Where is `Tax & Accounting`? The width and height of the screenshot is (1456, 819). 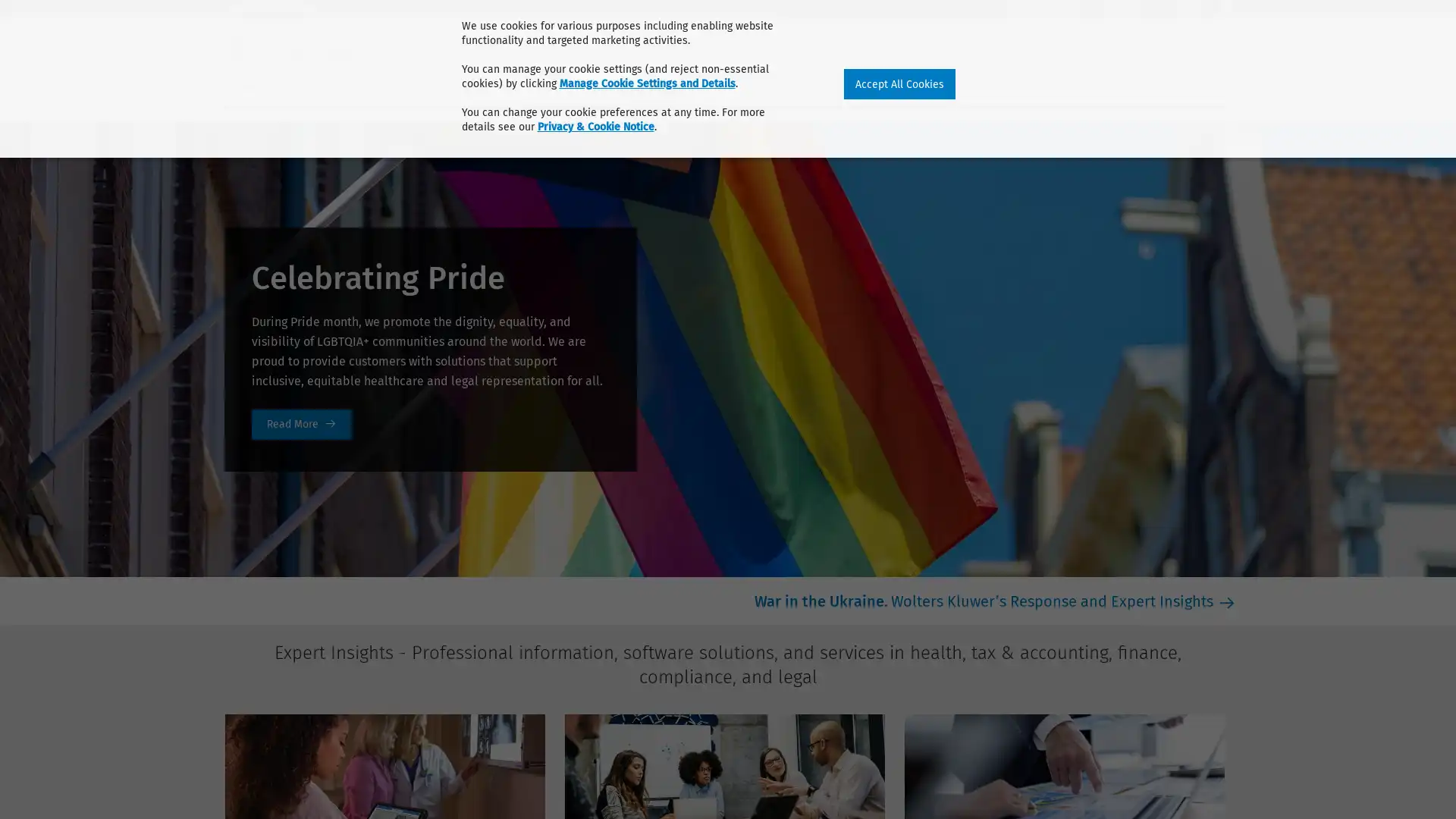
Tax & Accounting is located at coordinates (359, 85).